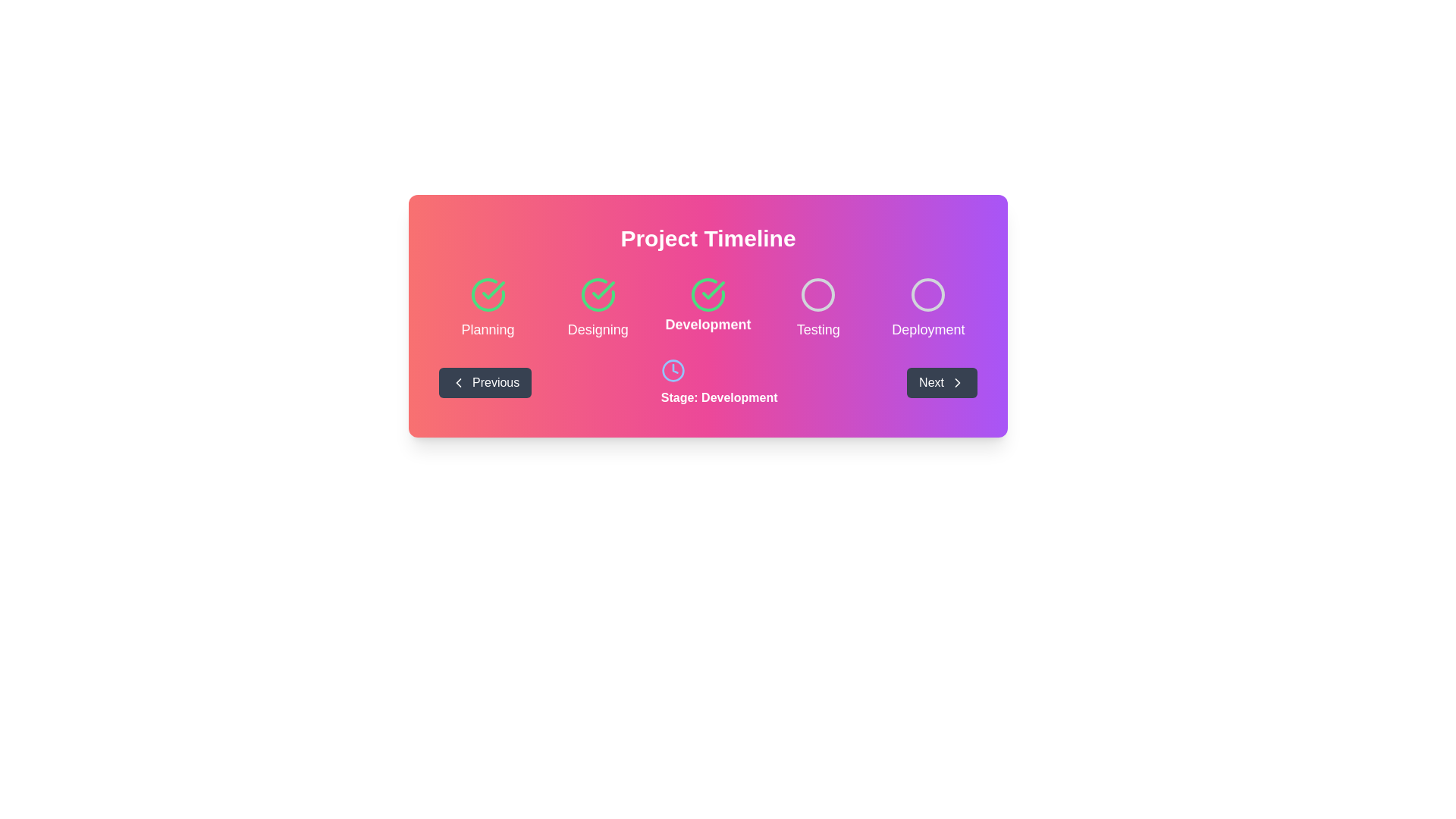  I want to click on the 'Planning' status icon, so click(488, 295).